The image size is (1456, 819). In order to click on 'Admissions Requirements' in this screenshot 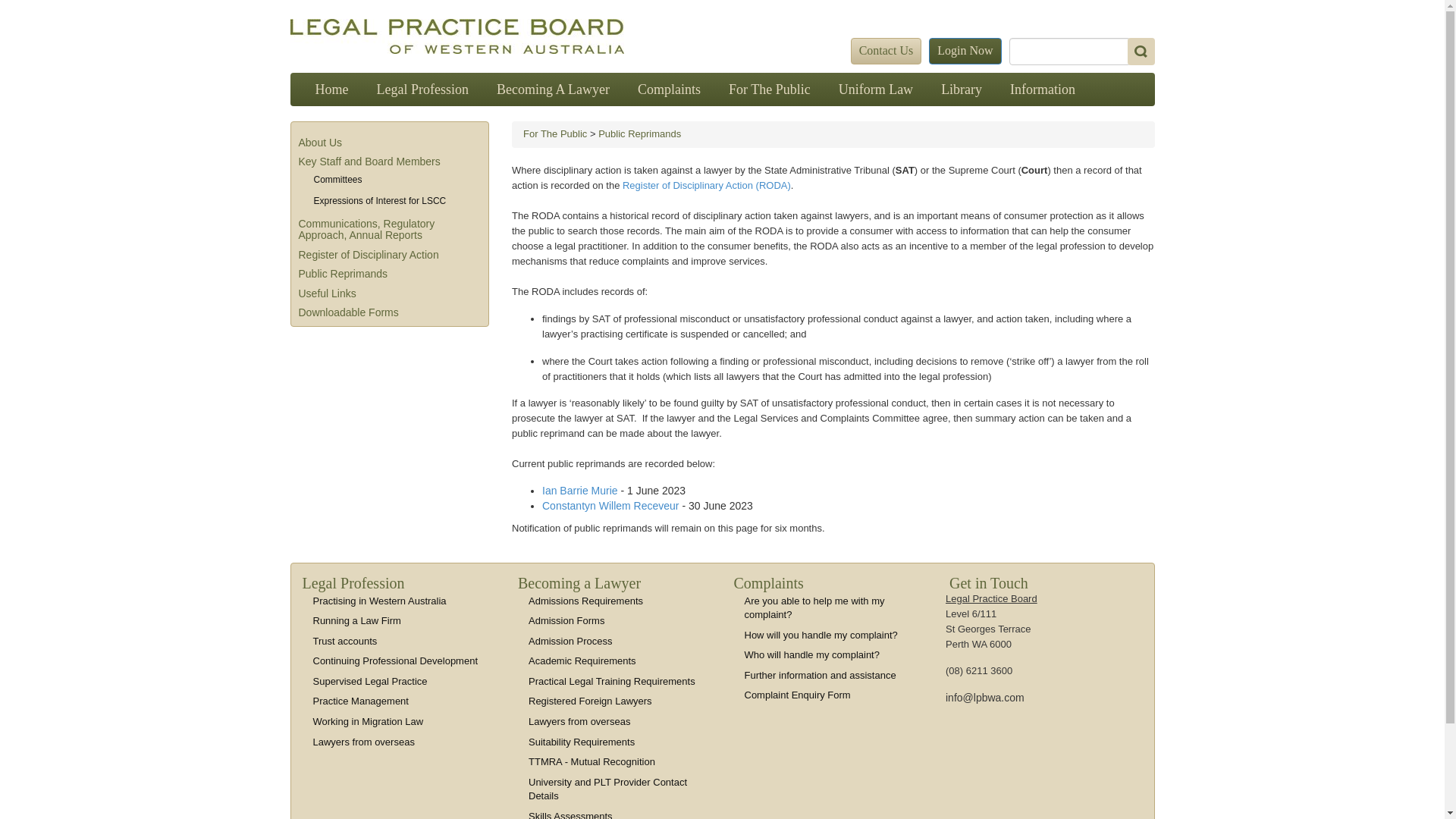, I will do `click(585, 600)`.